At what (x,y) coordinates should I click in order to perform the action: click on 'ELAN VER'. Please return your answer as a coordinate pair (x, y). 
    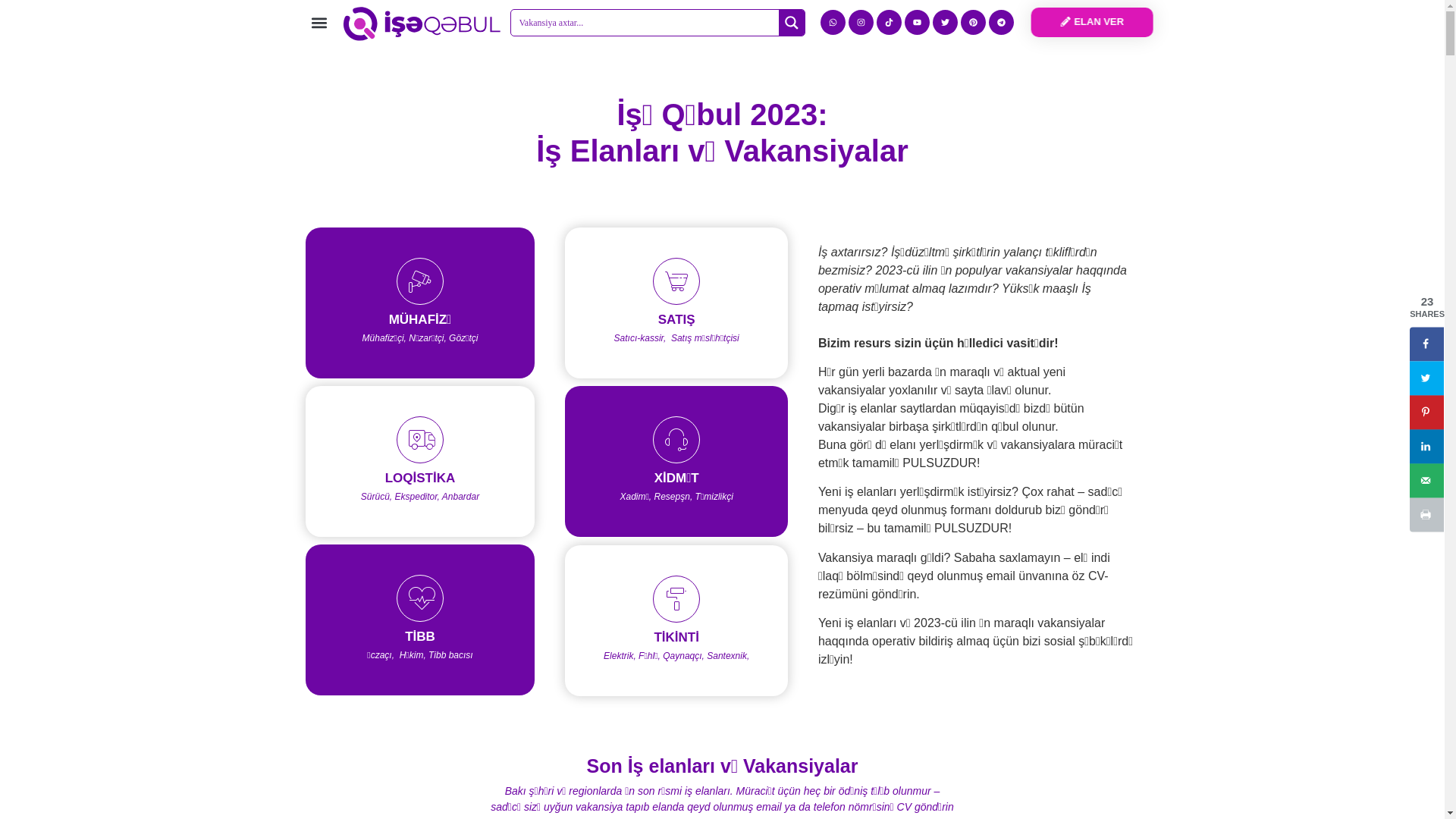
    Looking at the image, I should click on (1030, 22).